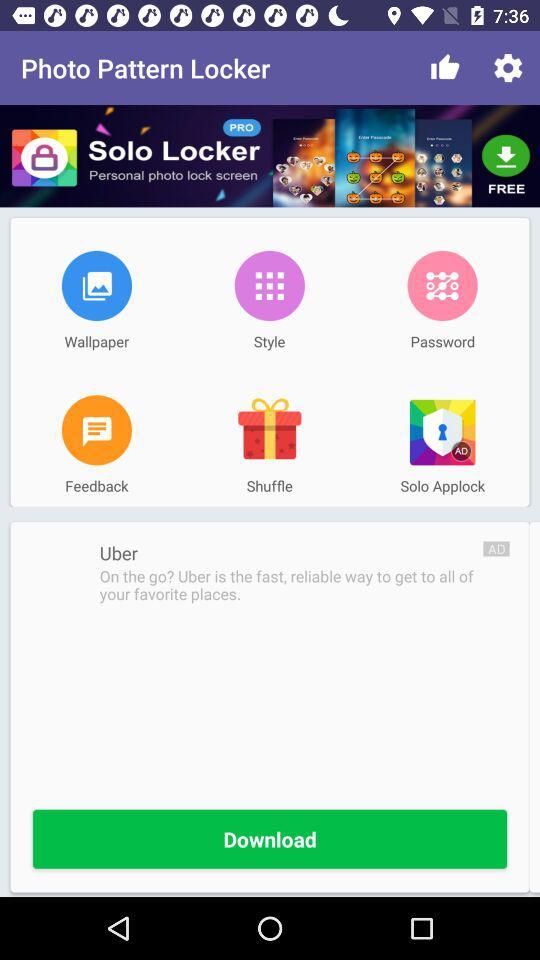 This screenshot has height=960, width=540. I want to click on item to the right of wallpaper icon, so click(269, 284).